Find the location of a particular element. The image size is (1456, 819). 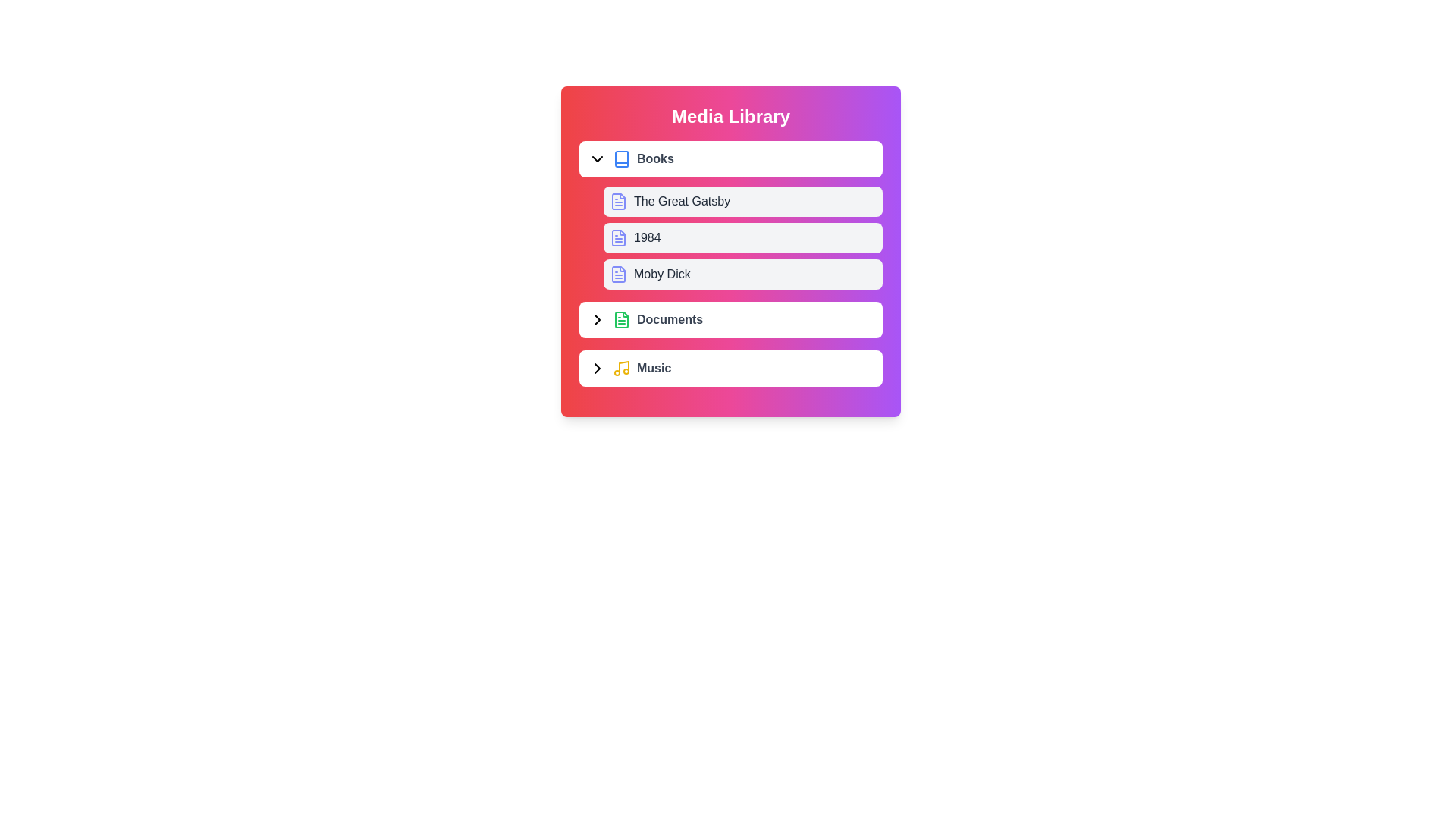

the Books section to reveal its contents is located at coordinates (731, 158).